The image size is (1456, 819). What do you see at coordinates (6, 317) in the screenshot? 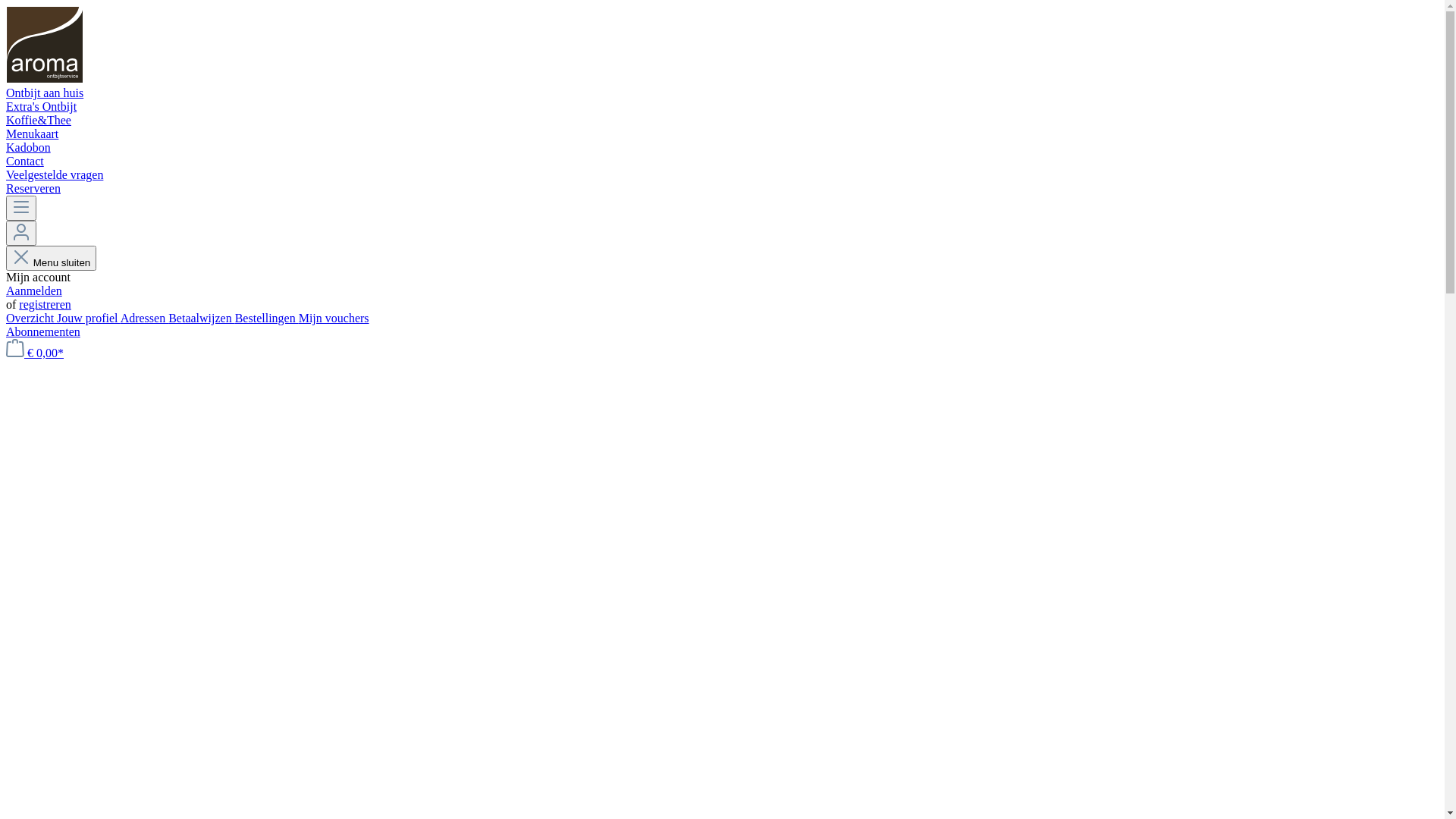
I see `'Overzicht'` at bounding box center [6, 317].